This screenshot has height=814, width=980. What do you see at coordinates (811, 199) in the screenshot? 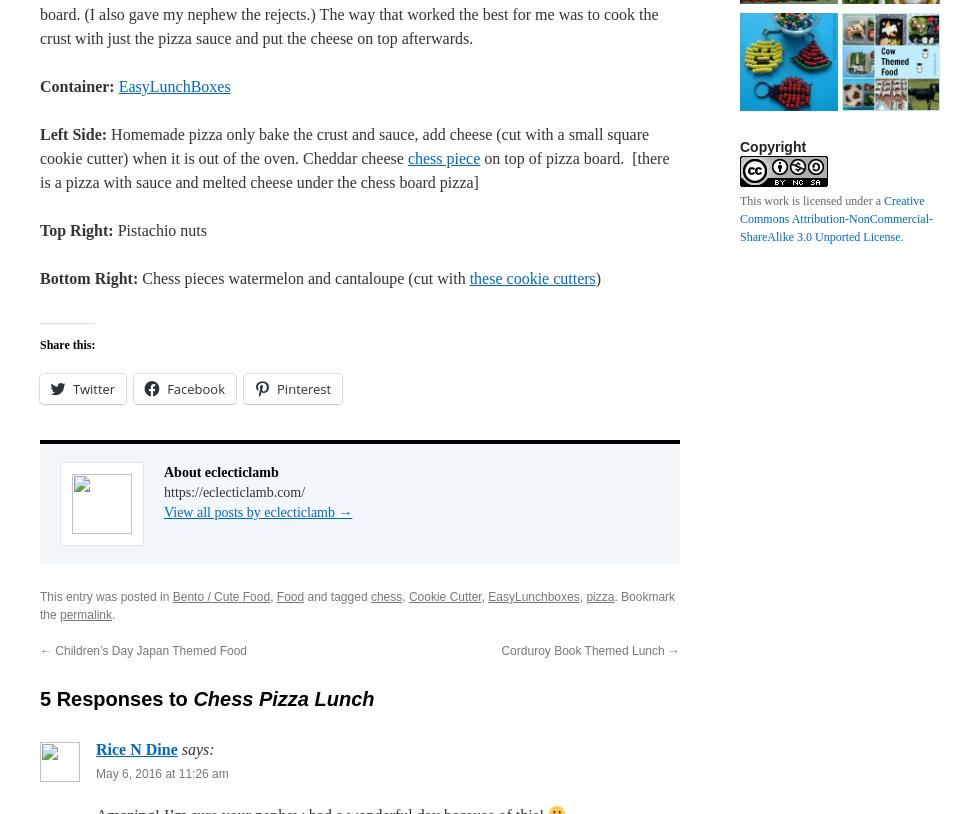
I see `'This work is licensed under a'` at bounding box center [811, 199].